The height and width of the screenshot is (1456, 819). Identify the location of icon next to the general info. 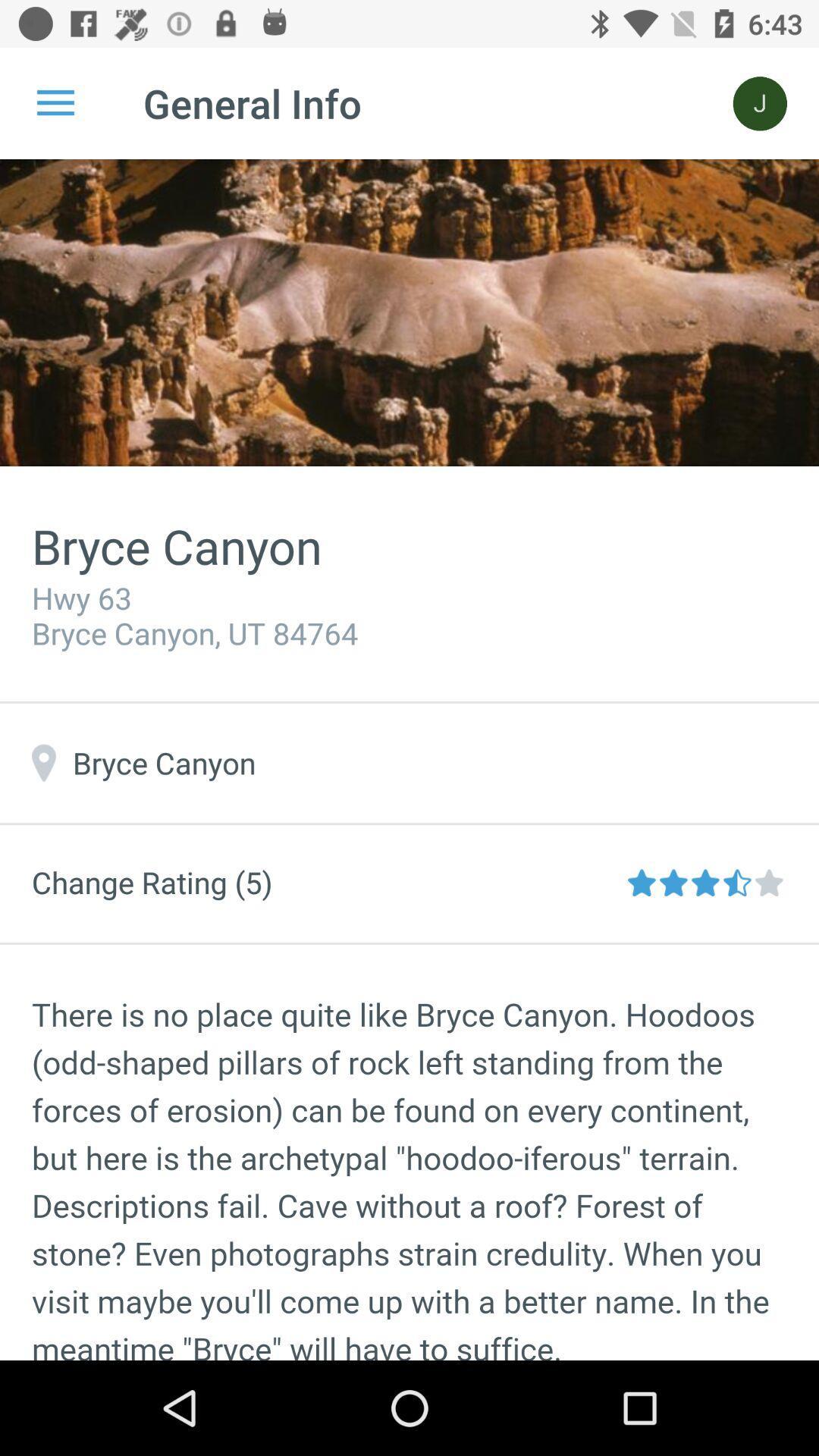
(760, 102).